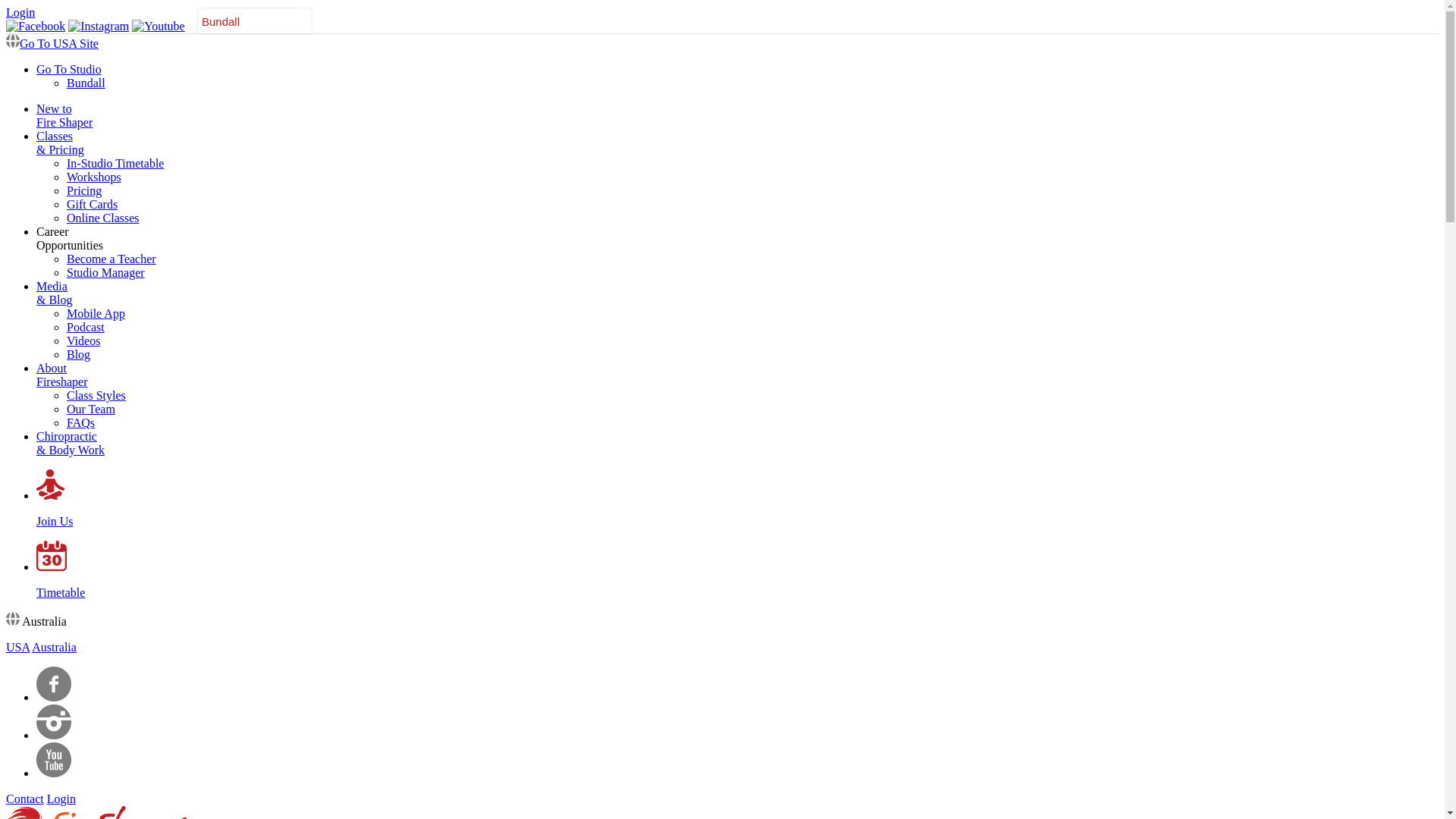  What do you see at coordinates (95, 312) in the screenshot?
I see `'Mobile App'` at bounding box center [95, 312].